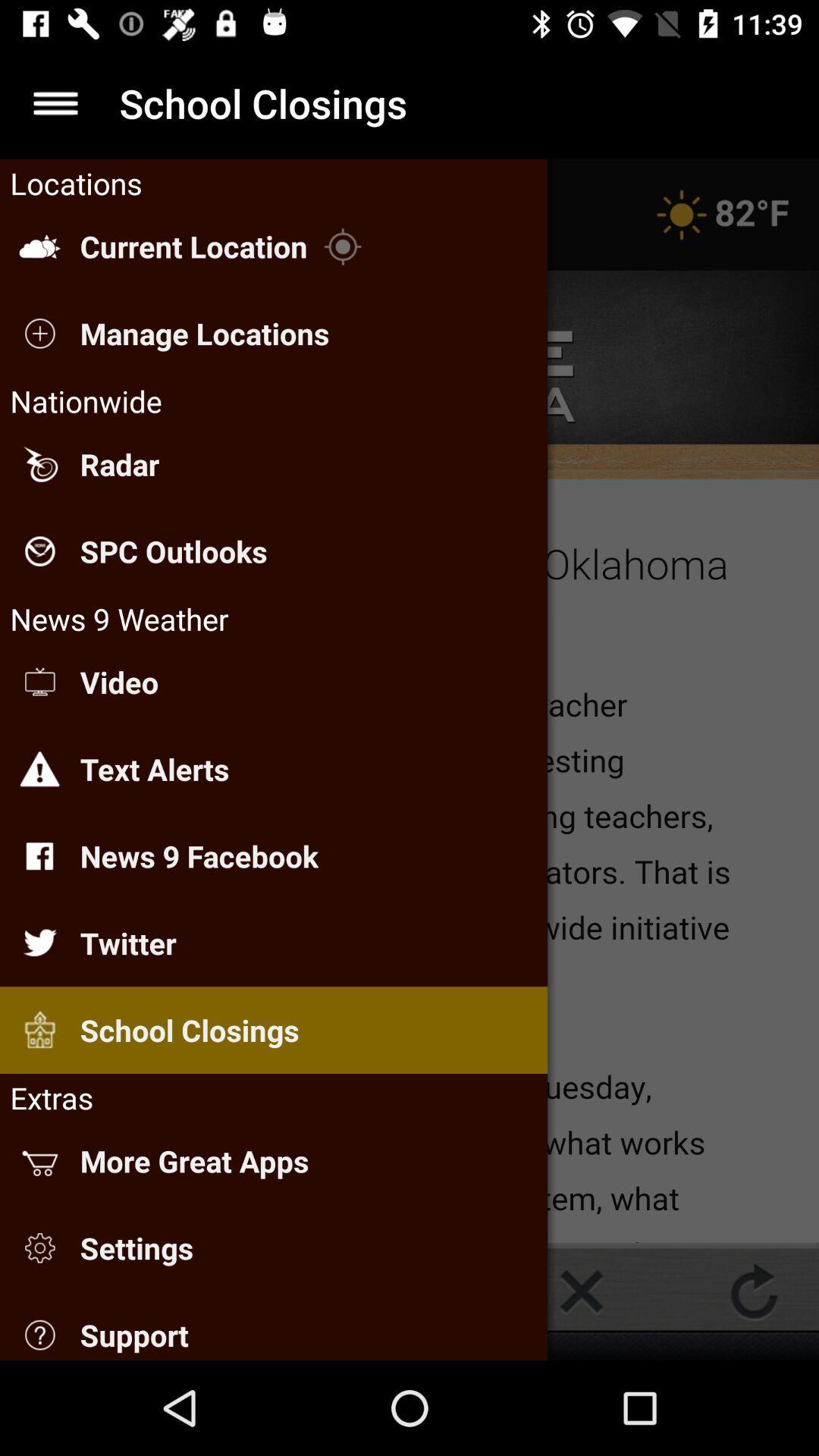 Image resolution: width=819 pixels, height=1456 pixels. What do you see at coordinates (581, 1291) in the screenshot?
I see `the close icon` at bounding box center [581, 1291].